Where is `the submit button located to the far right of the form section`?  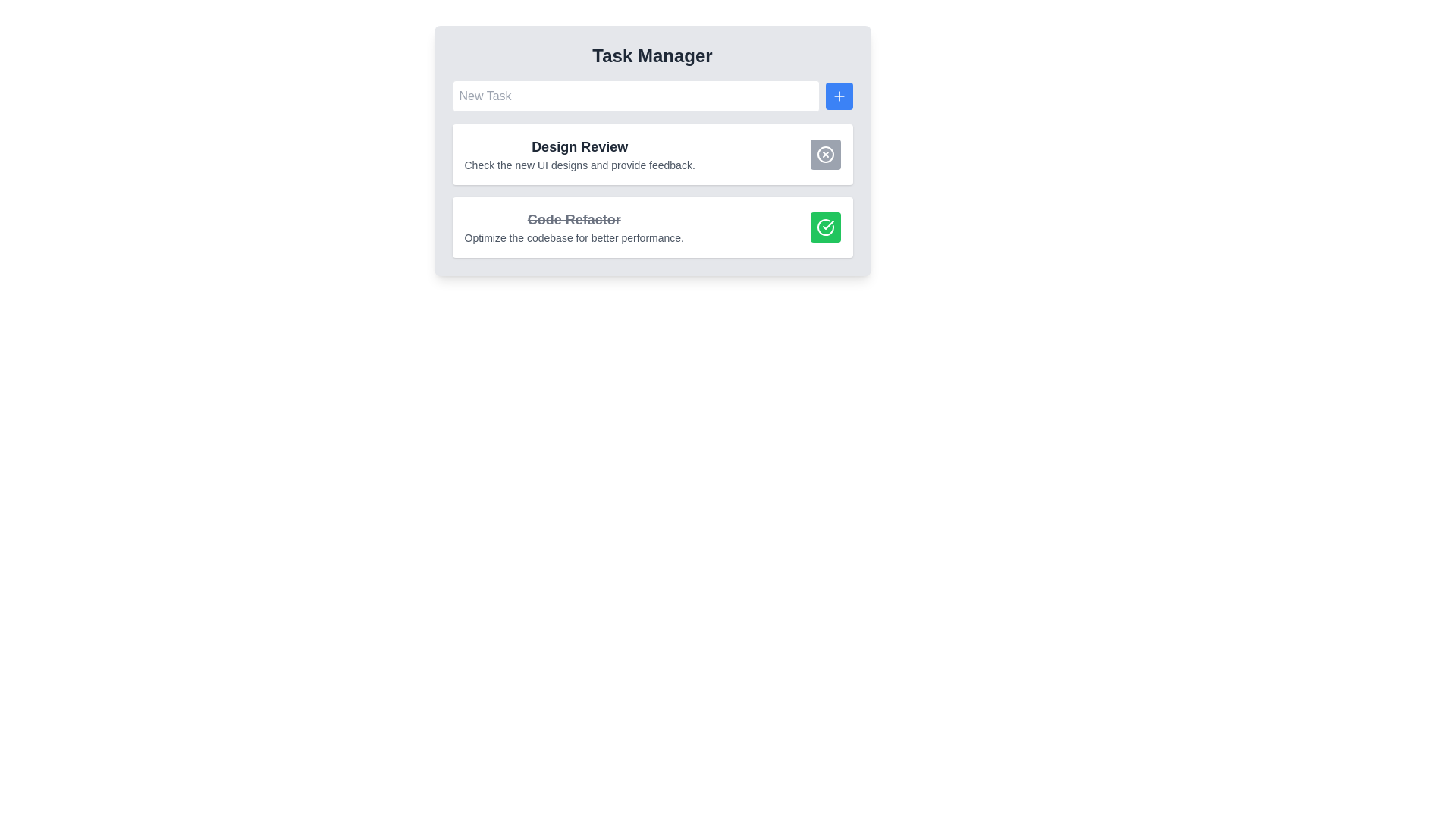
the submit button located to the far right of the form section is located at coordinates (838, 96).